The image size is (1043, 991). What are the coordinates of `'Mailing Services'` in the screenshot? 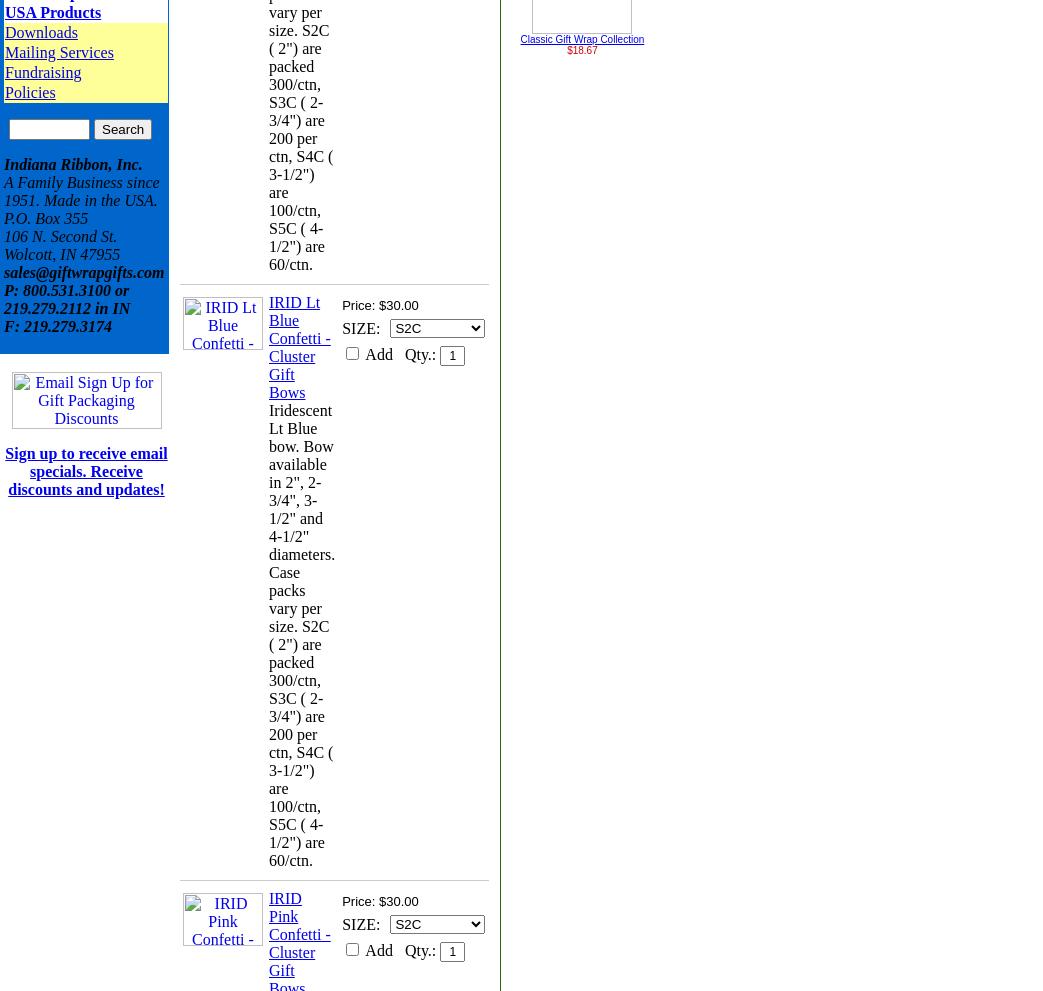 It's located at (4, 52).